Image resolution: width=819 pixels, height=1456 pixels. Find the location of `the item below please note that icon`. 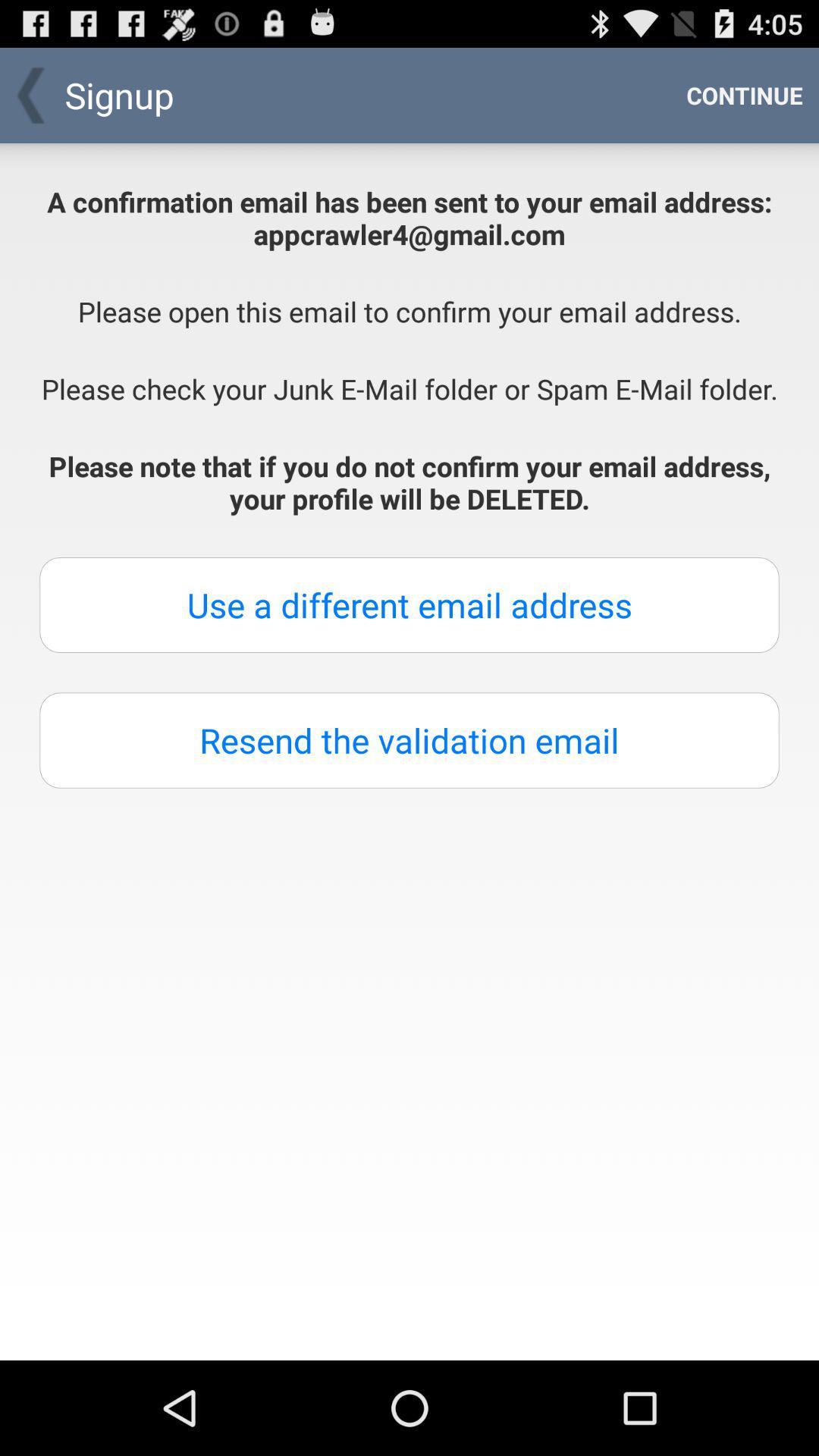

the item below please note that icon is located at coordinates (409, 604).